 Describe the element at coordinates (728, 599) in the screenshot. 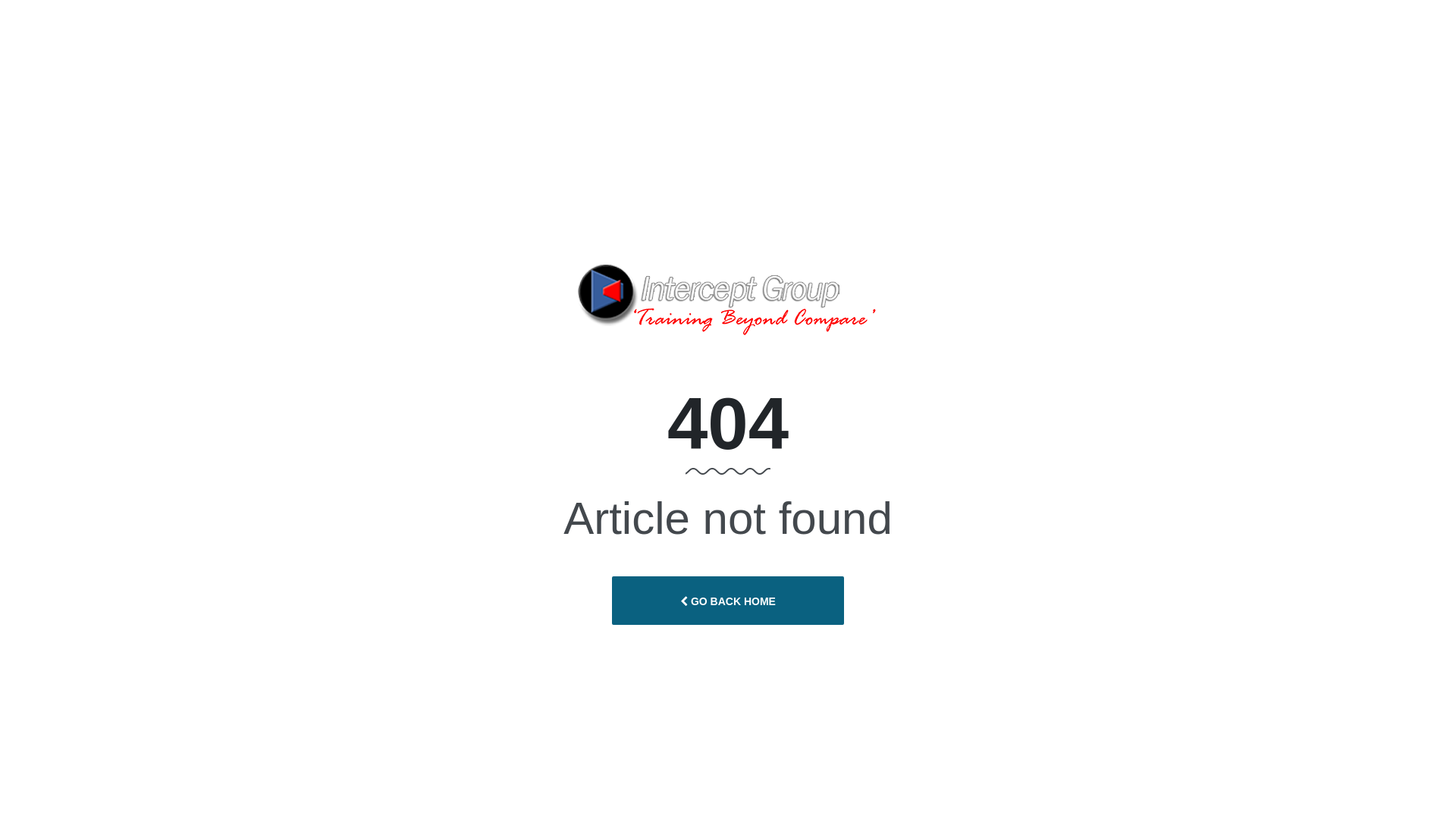

I see `'GO BACK HOME'` at that location.